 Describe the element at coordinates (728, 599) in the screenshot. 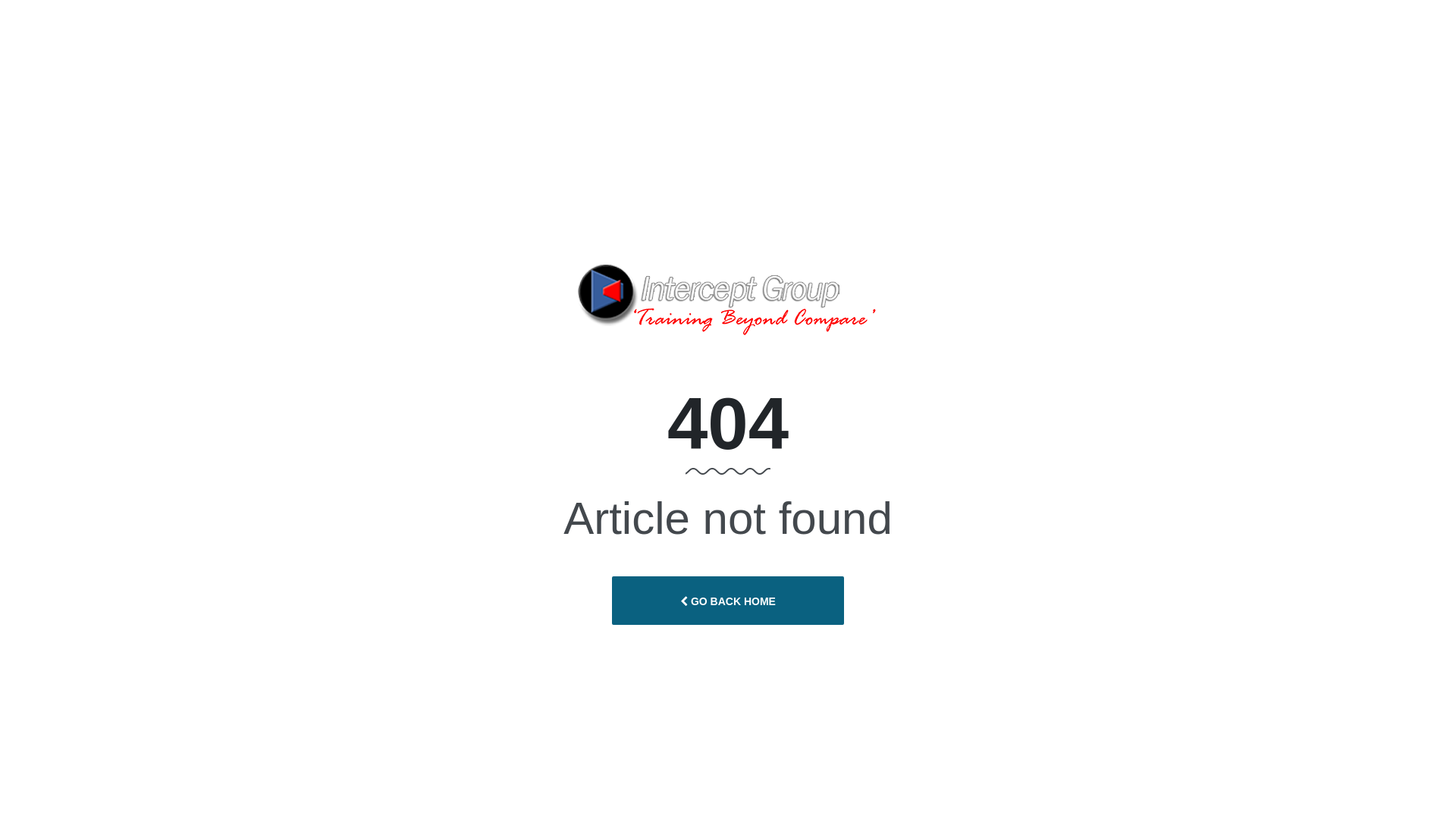

I see `'GO BACK HOME'` at that location.